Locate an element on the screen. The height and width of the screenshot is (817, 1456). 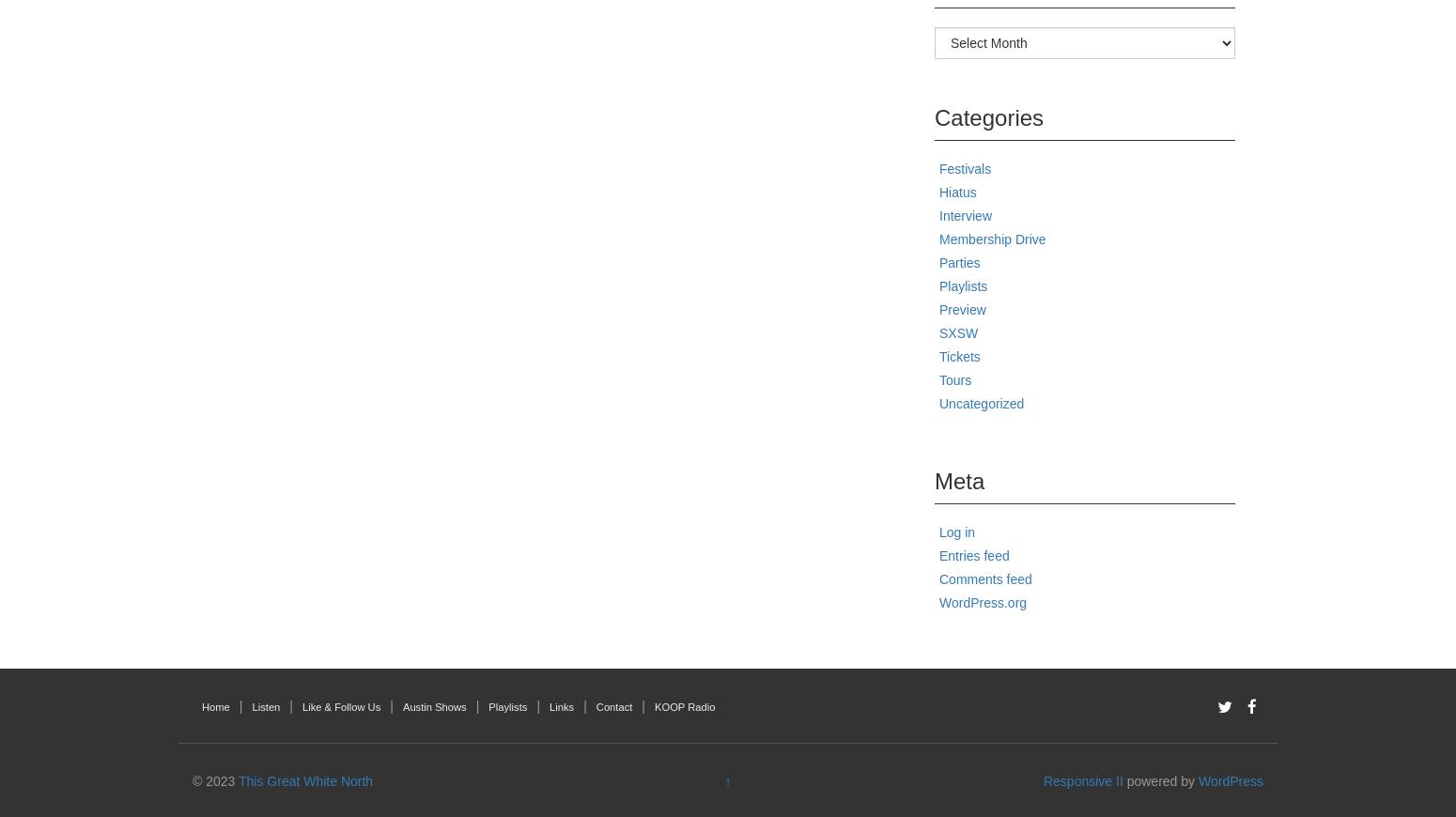
'Uncategorized' is located at coordinates (982, 402).